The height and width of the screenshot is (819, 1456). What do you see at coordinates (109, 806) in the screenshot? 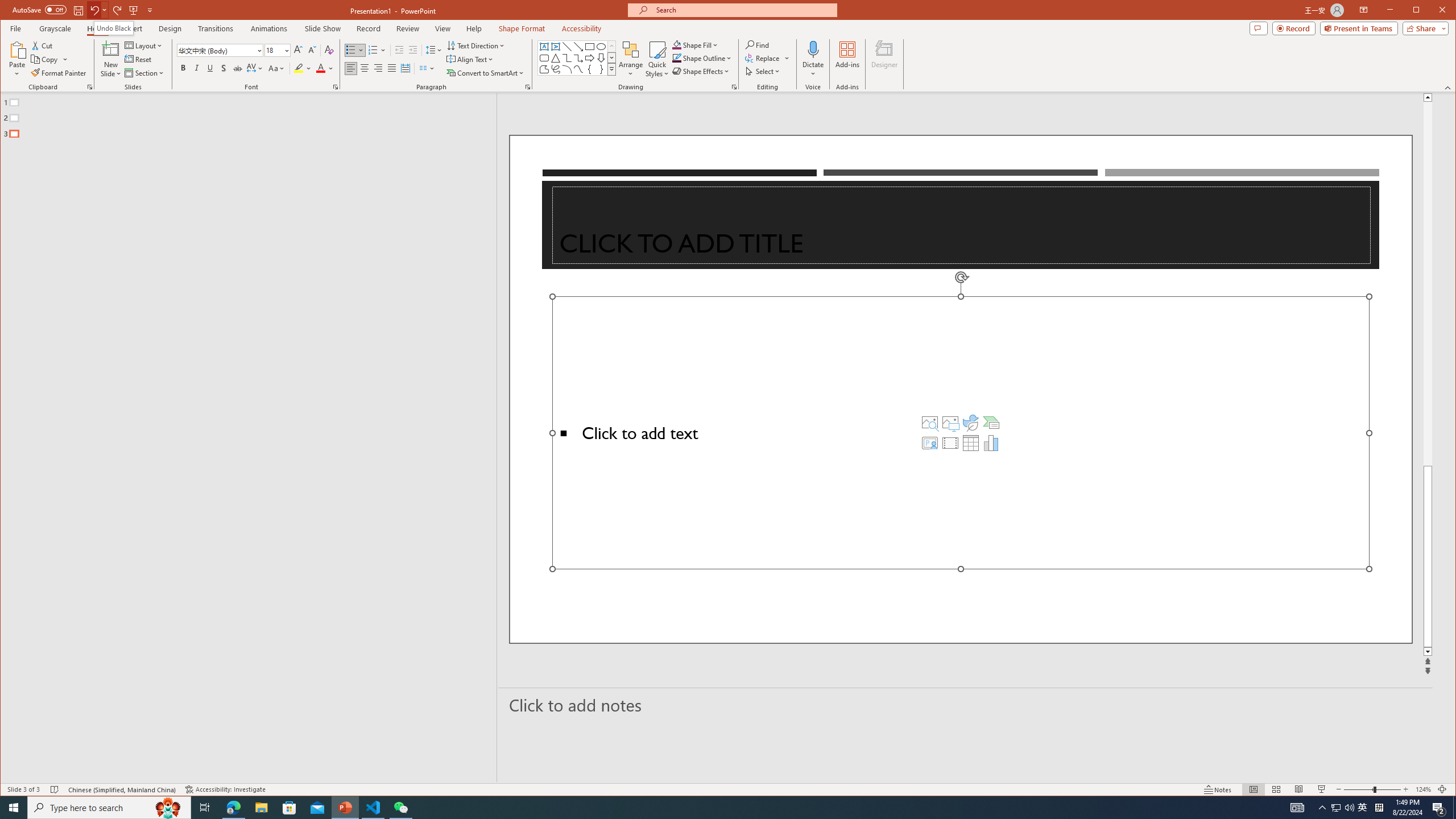
I see `'Type here to search'` at bounding box center [109, 806].